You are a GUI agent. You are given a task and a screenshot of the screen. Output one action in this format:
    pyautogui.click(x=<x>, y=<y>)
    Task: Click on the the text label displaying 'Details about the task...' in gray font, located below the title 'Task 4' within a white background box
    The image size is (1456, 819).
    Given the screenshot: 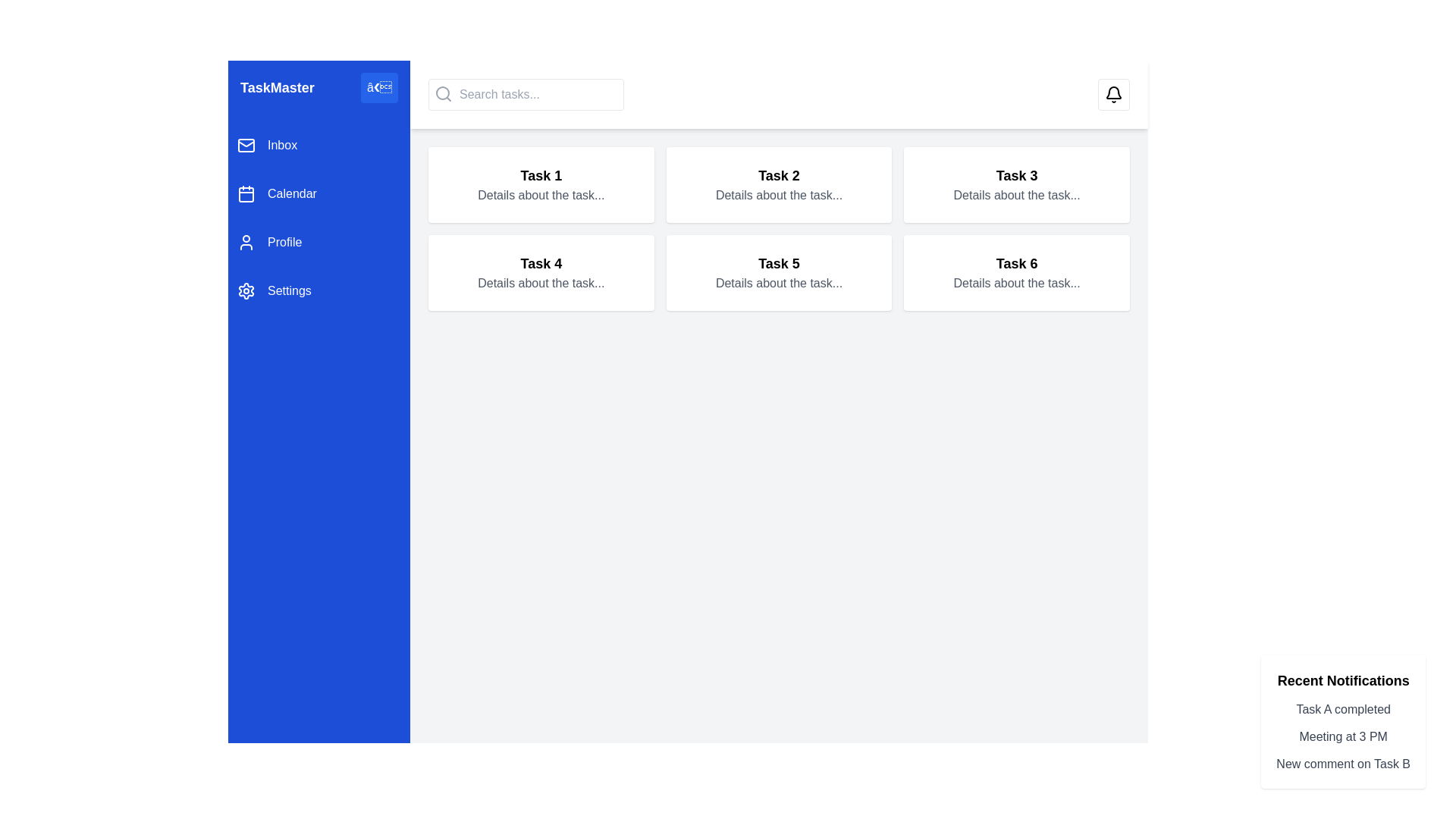 What is the action you would take?
    pyautogui.click(x=541, y=284)
    